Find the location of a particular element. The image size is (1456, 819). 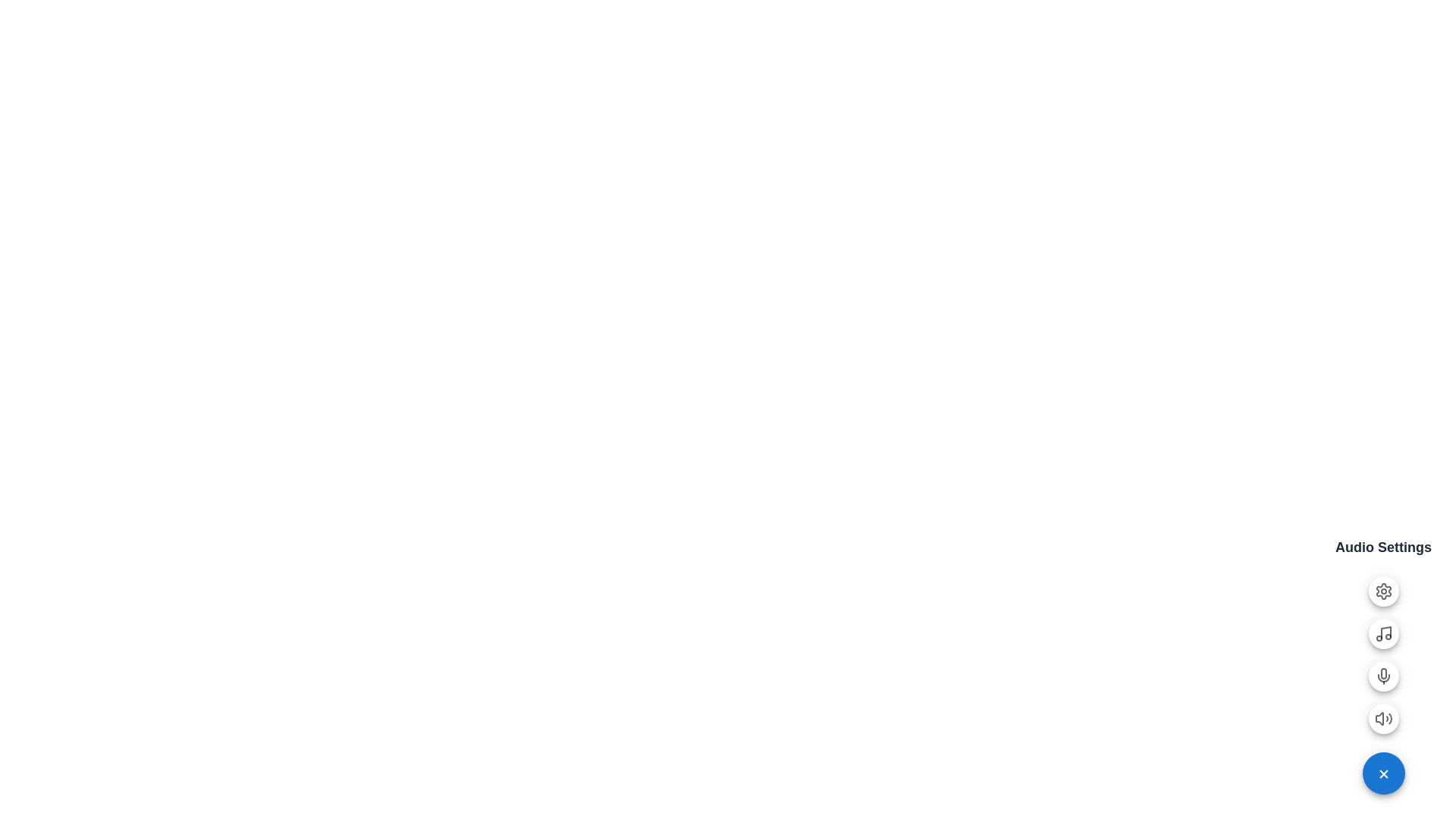

the button located in the bottom-right corner of the interface is located at coordinates (1383, 773).